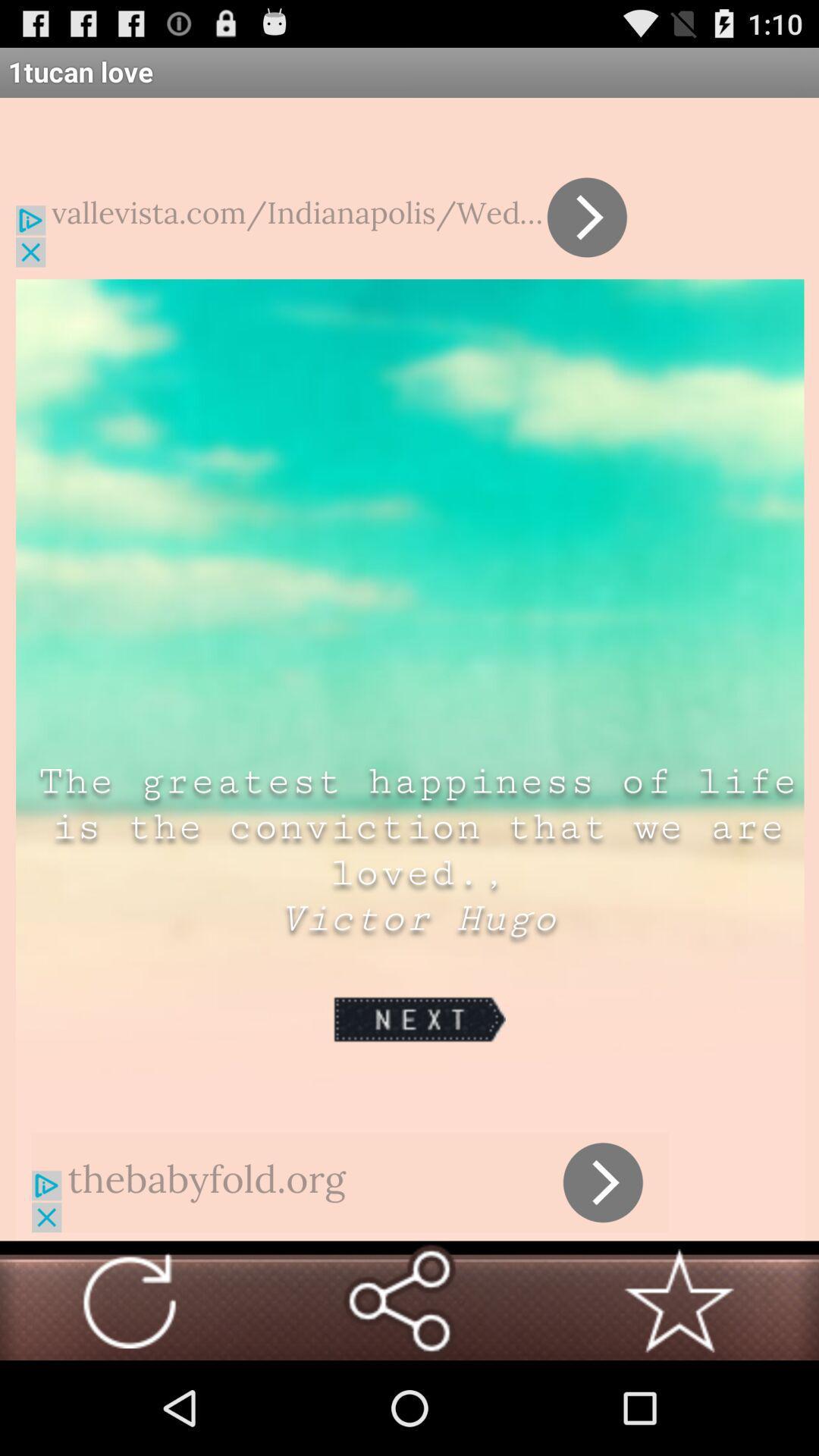  What do you see at coordinates (398, 1300) in the screenshot?
I see `share the file` at bounding box center [398, 1300].